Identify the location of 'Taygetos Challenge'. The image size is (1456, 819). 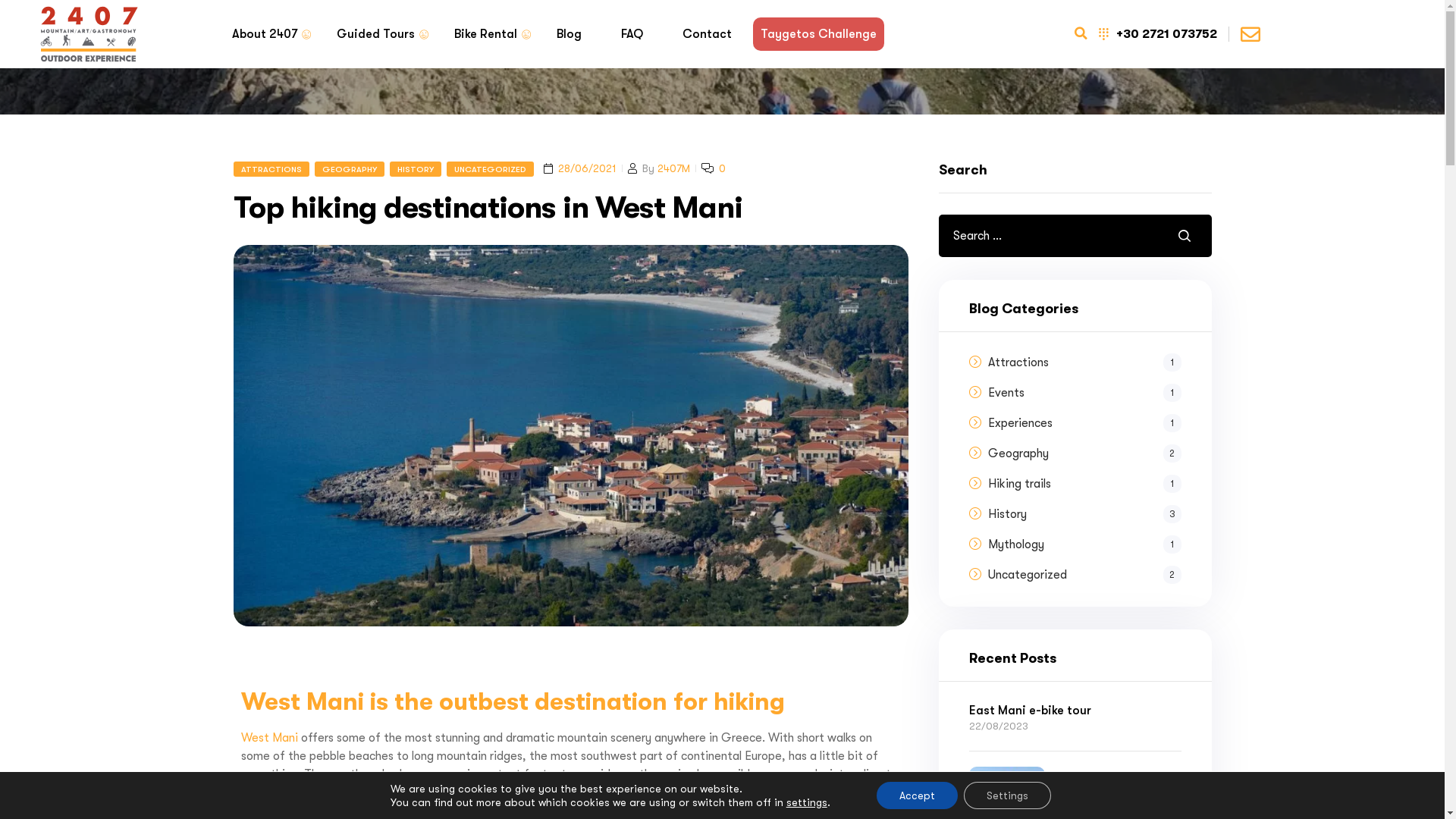
(817, 34).